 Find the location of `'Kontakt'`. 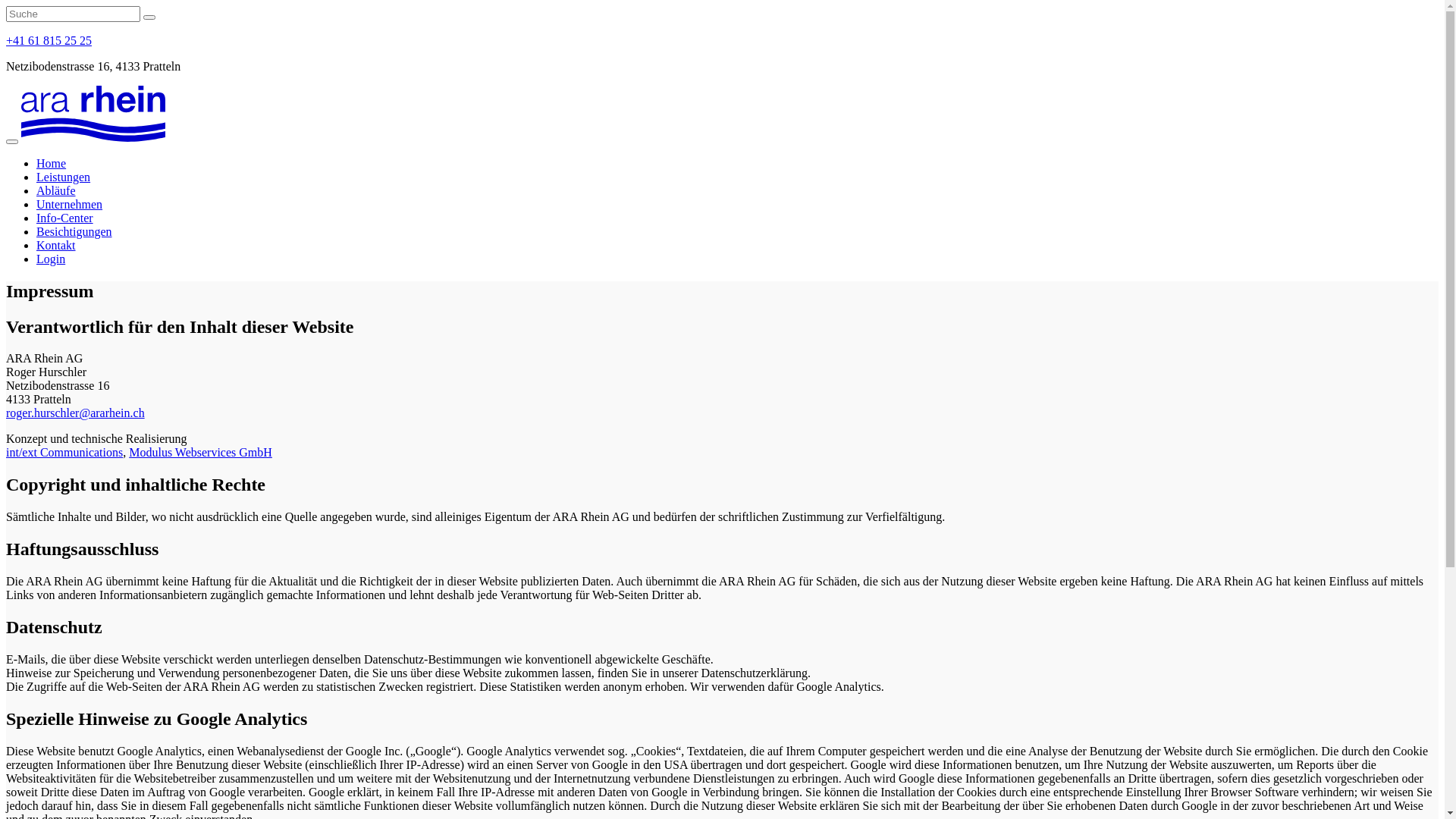

'Kontakt' is located at coordinates (55, 244).